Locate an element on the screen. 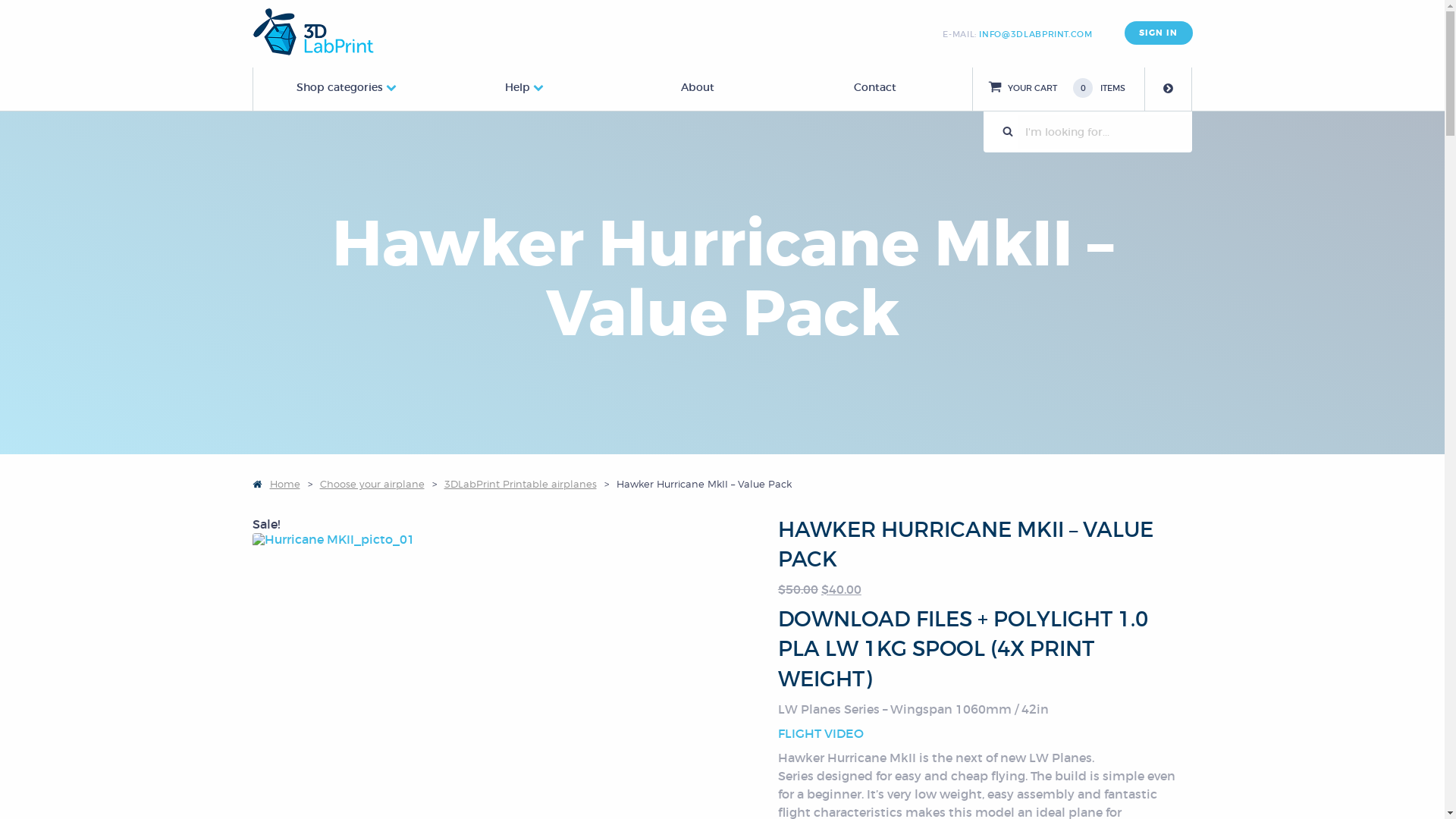  'About' is located at coordinates (697, 87).